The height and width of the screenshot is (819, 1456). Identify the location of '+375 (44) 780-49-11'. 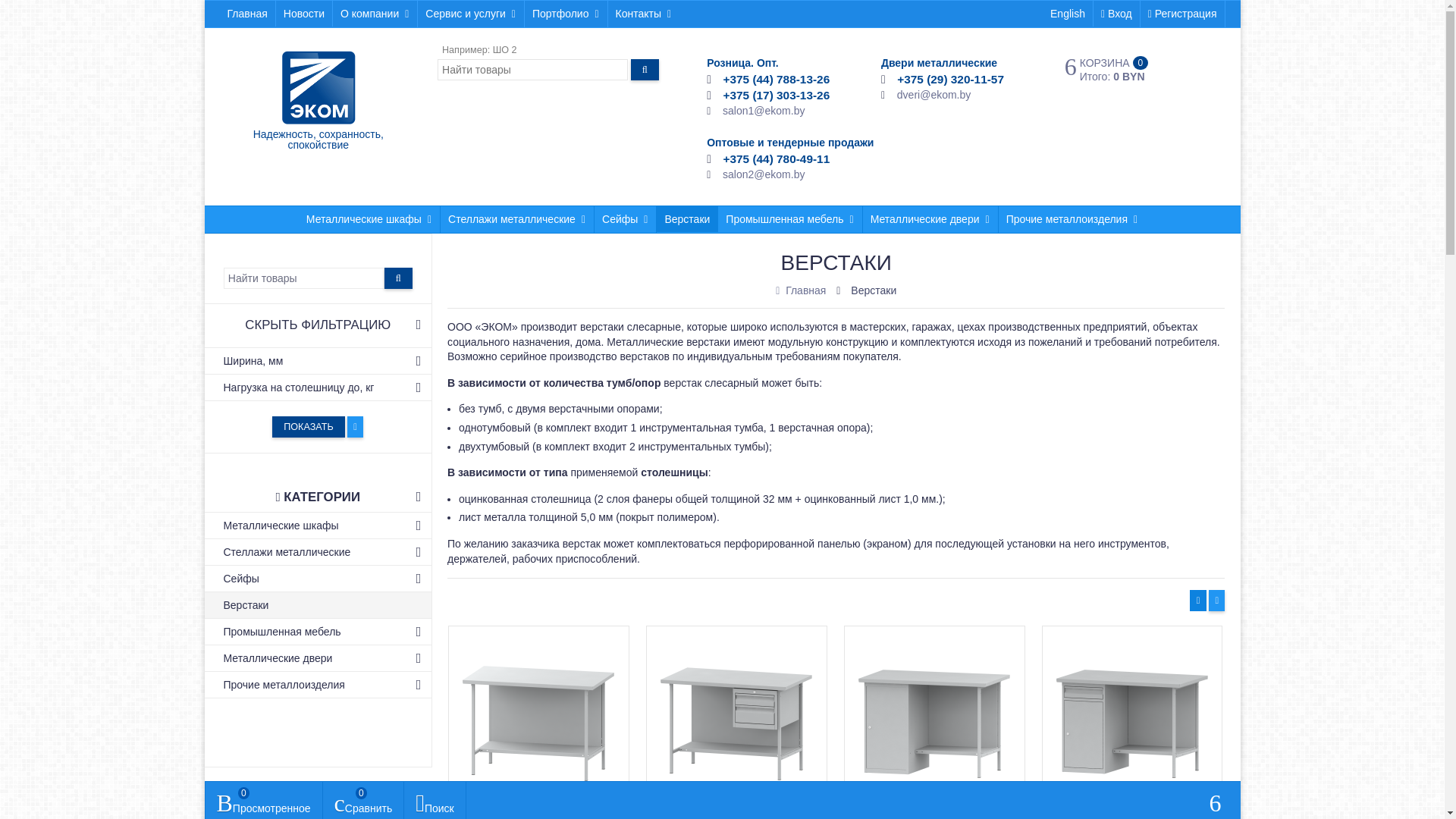
(722, 158).